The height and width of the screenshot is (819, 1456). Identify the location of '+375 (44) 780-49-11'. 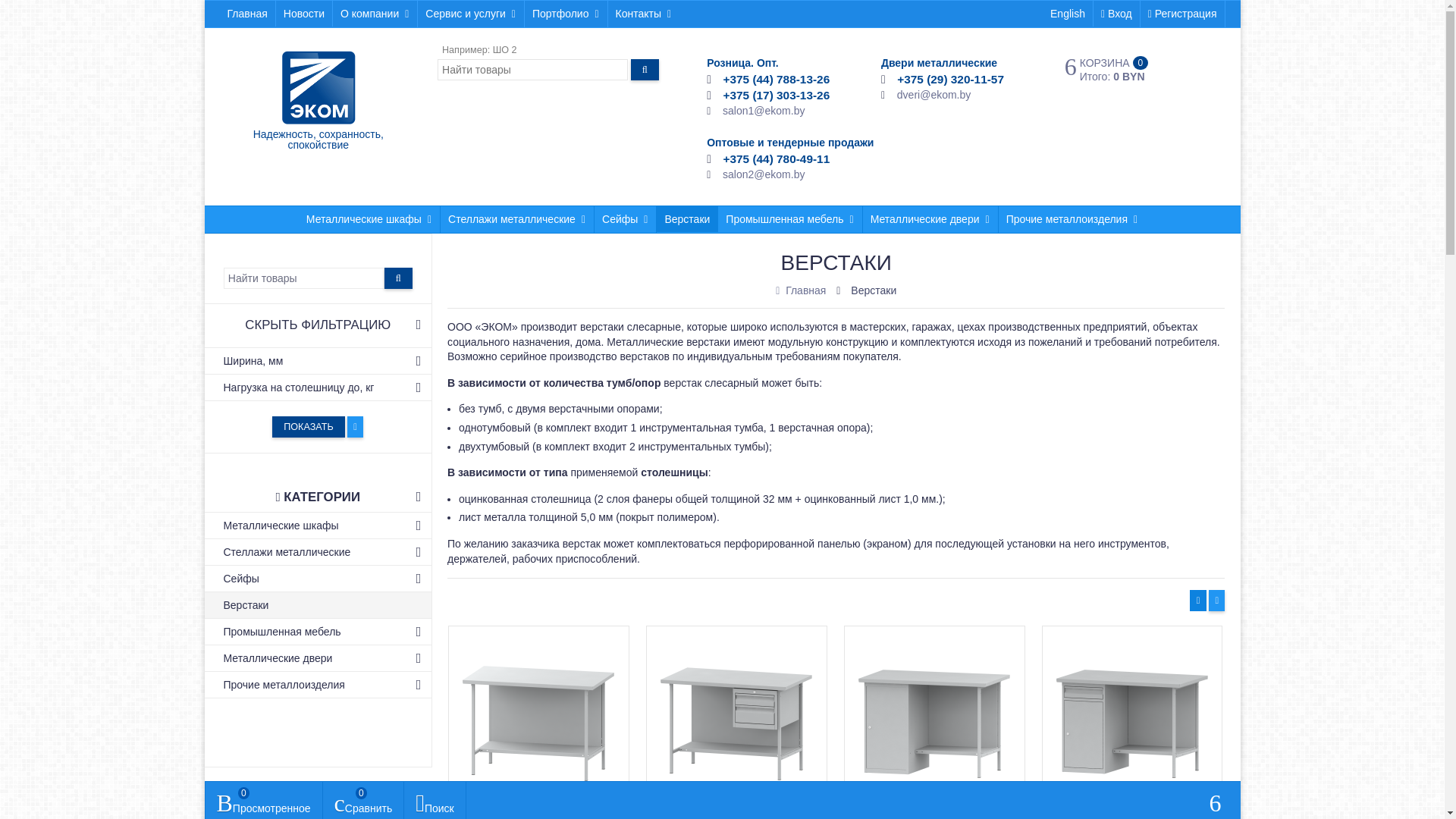
(722, 158).